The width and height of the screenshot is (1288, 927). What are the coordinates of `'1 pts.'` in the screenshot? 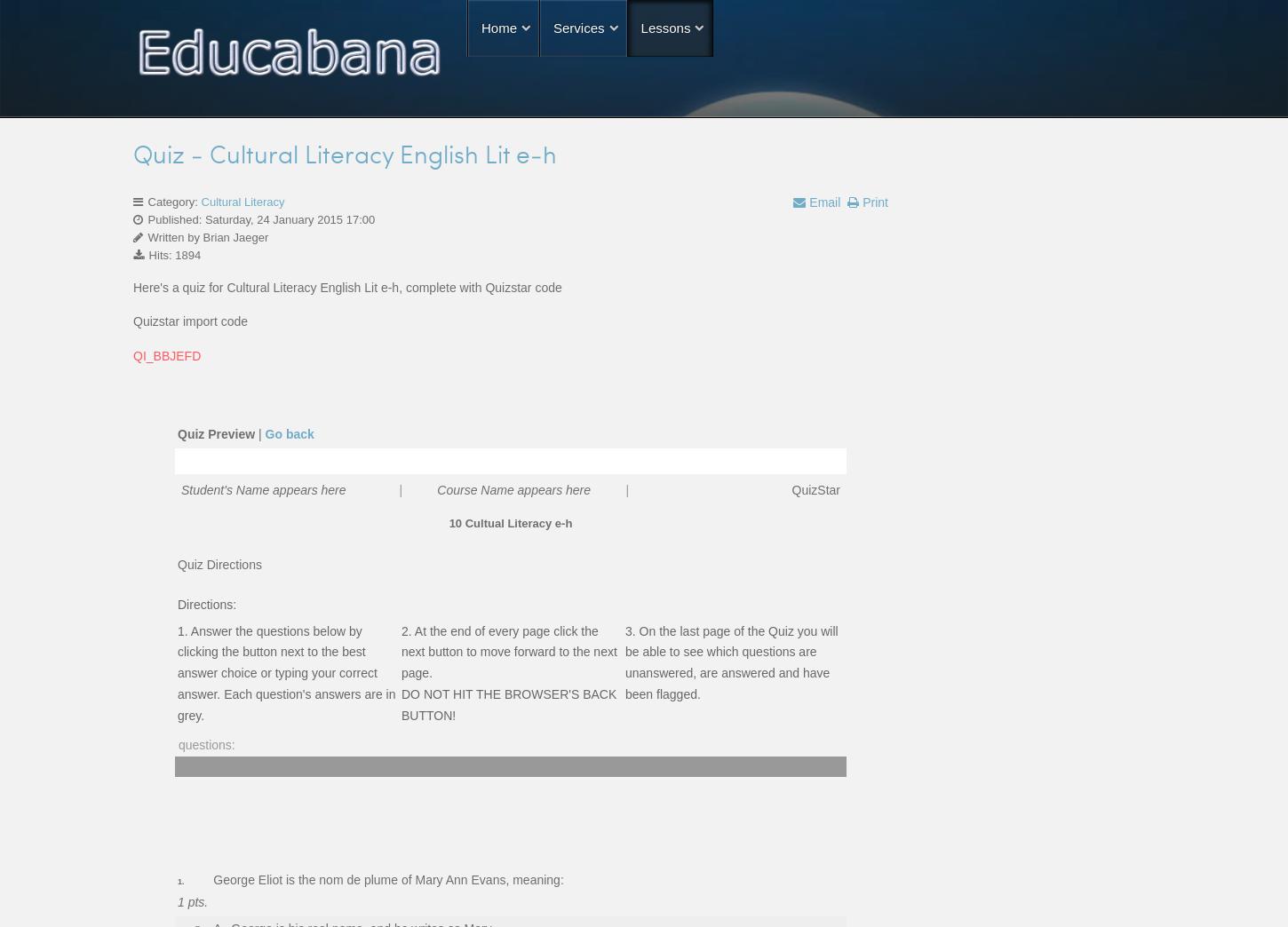 It's located at (192, 902).